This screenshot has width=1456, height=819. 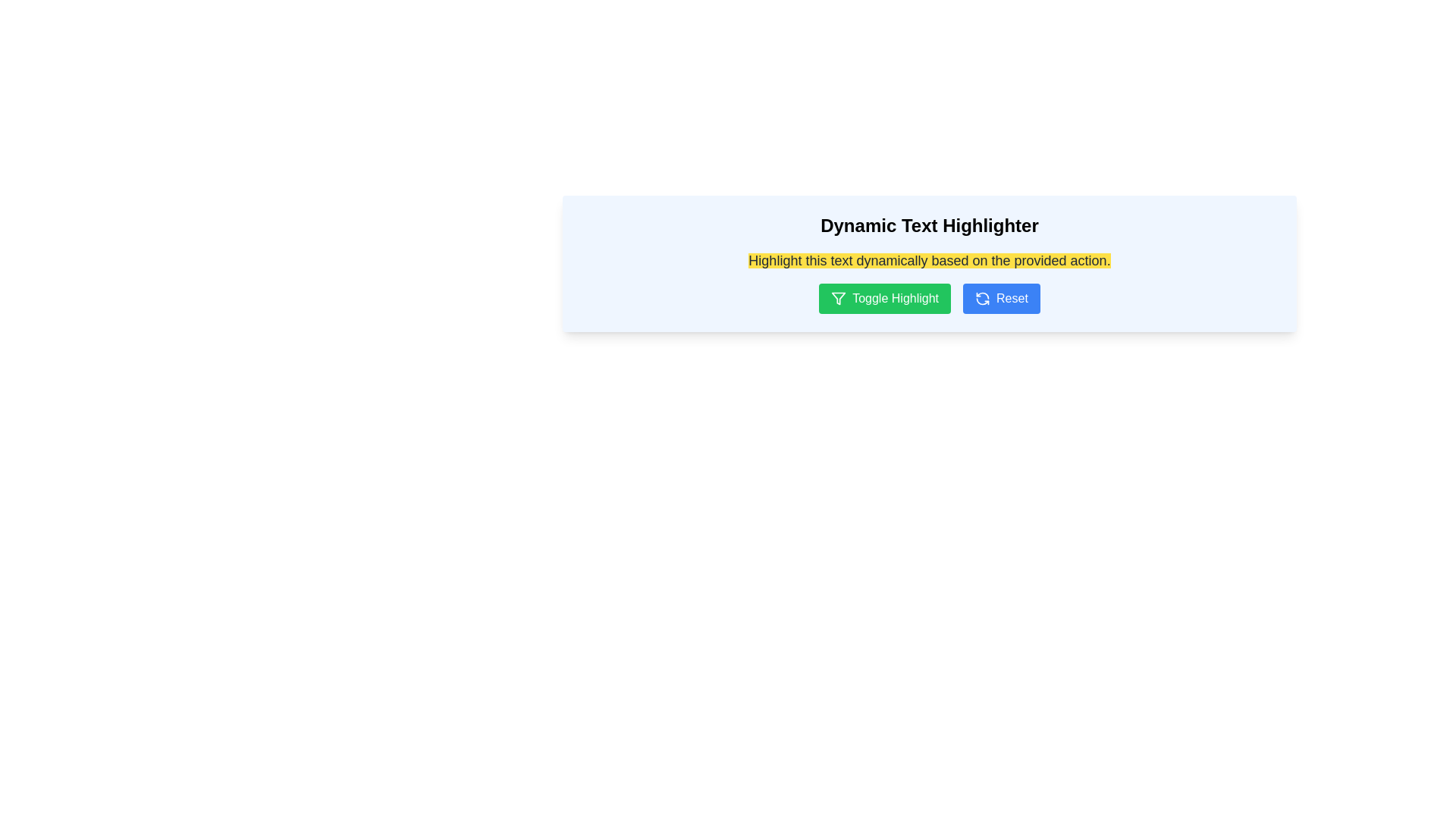 I want to click on the funnel icon located in the top-right corner of the toolbar, so click(x=838, y=298).